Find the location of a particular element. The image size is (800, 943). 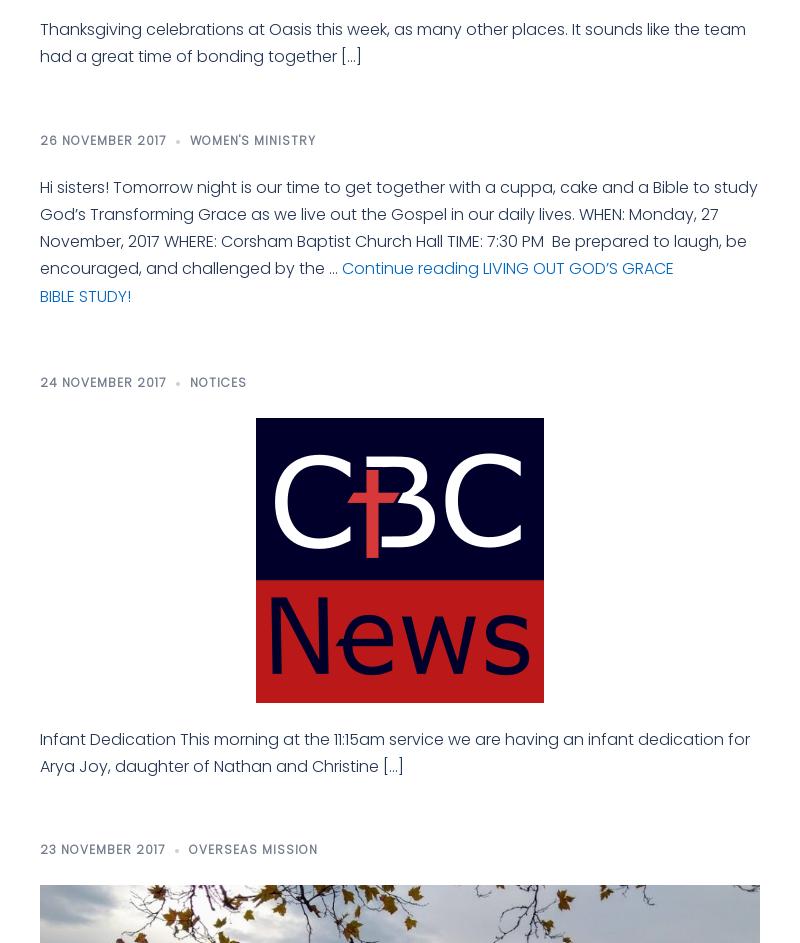

'1' is located at coordinates (70, 294).